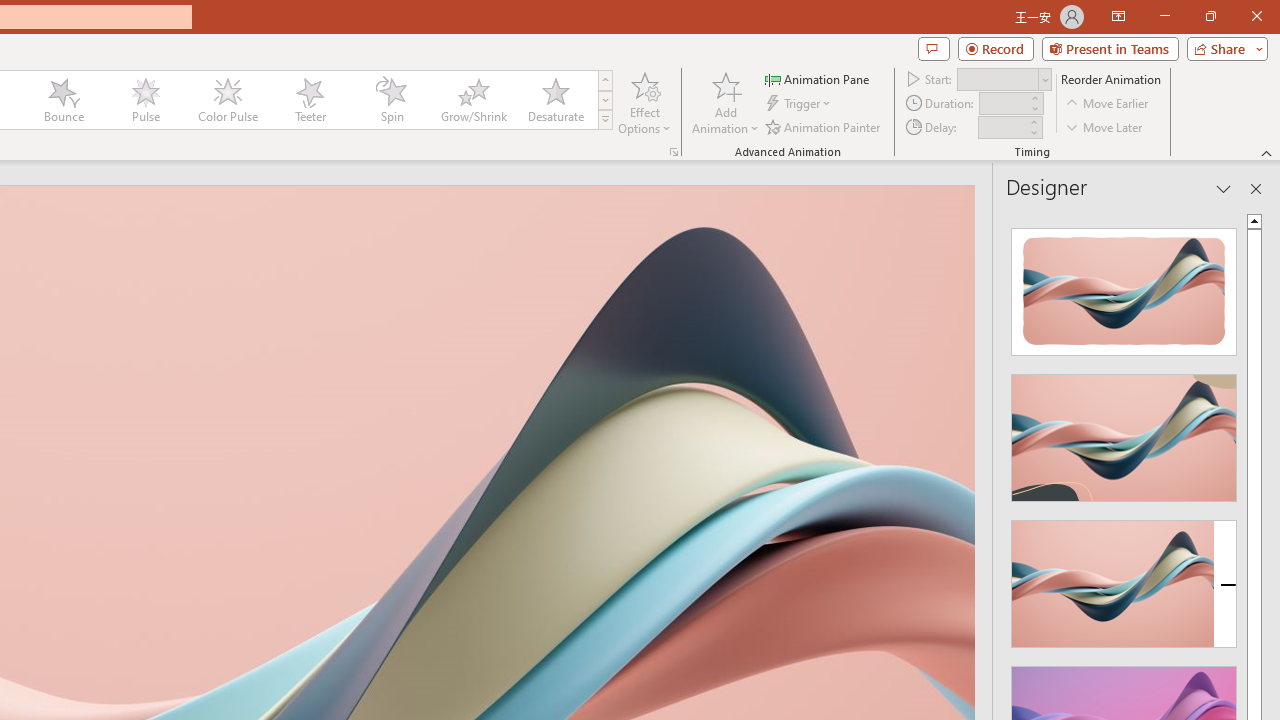 This screenshot has height=720, width=1280. What do you see at coordinates (308, 100) in the screenshot?
I see `'Teeter'` at bounding box center [308, 100].